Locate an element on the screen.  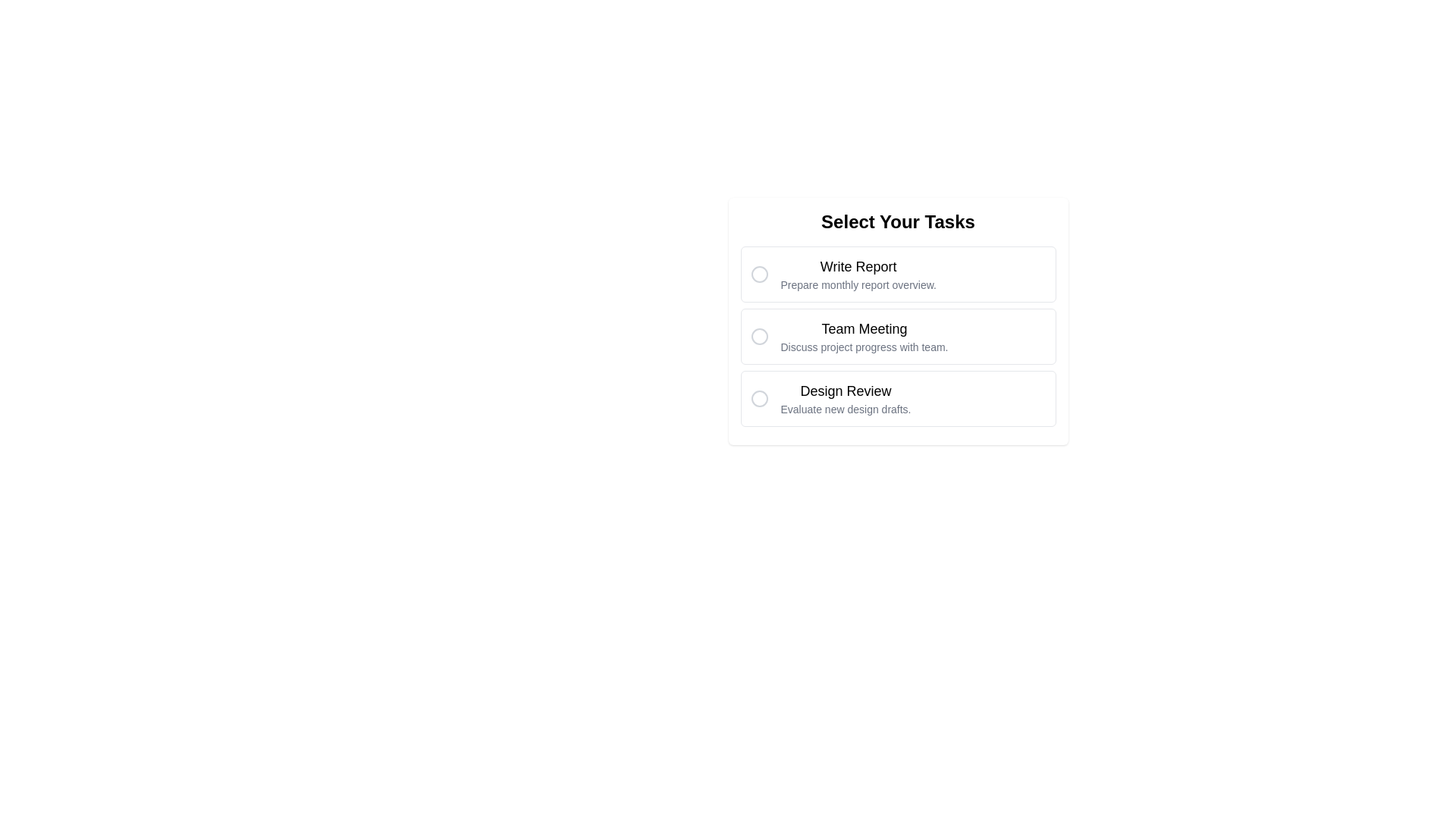
the graphical representation of the SVG Circle Element indicating the 'Team Meeting' option in the 'Select Your Tasks' list is located at coordinates (759, 335).